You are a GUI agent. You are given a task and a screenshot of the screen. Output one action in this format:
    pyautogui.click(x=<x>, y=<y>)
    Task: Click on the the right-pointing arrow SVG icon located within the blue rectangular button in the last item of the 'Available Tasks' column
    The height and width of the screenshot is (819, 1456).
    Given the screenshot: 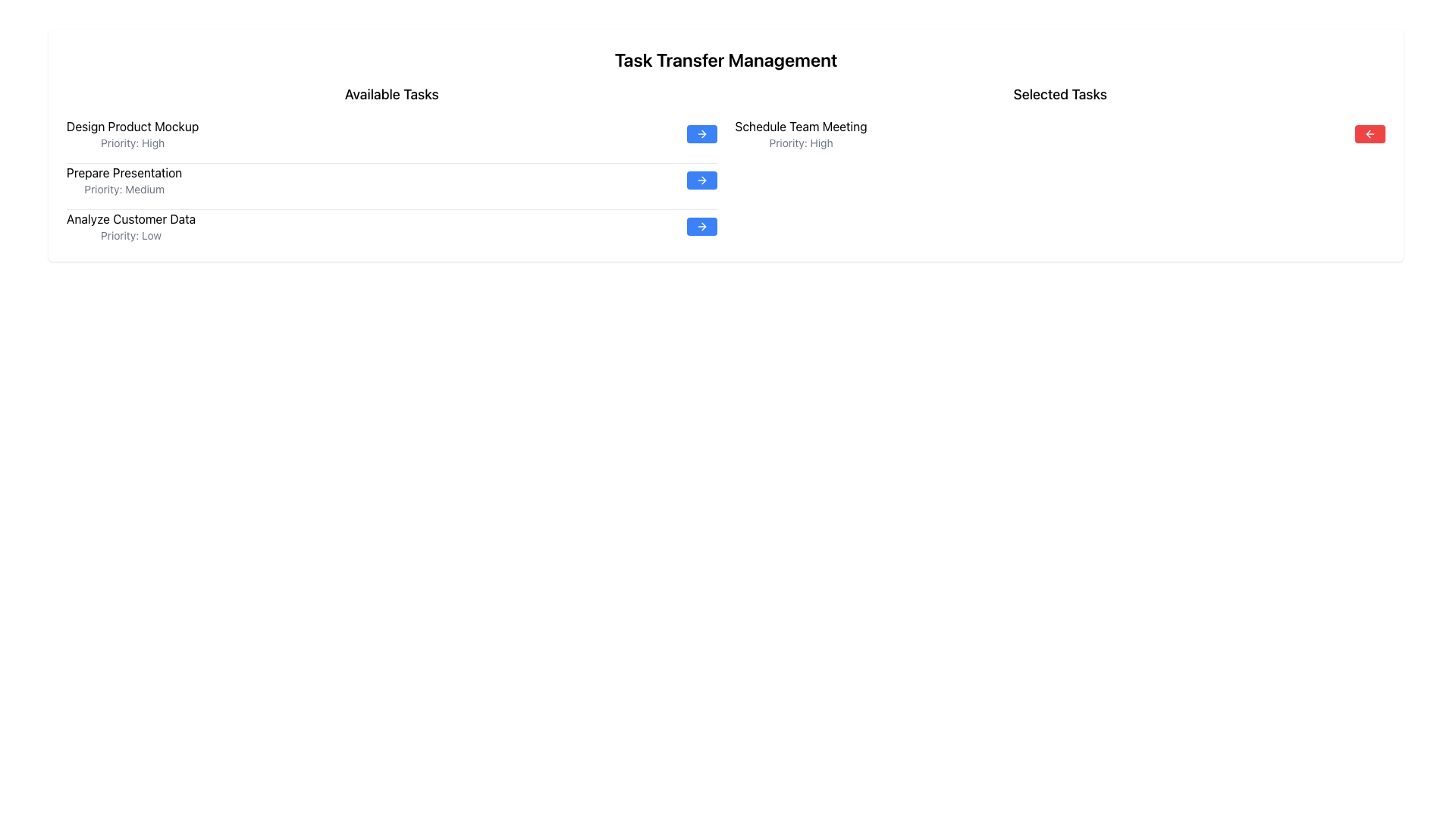 What is the action you would take?
    pyautogui.click(x=701, y=227)
    